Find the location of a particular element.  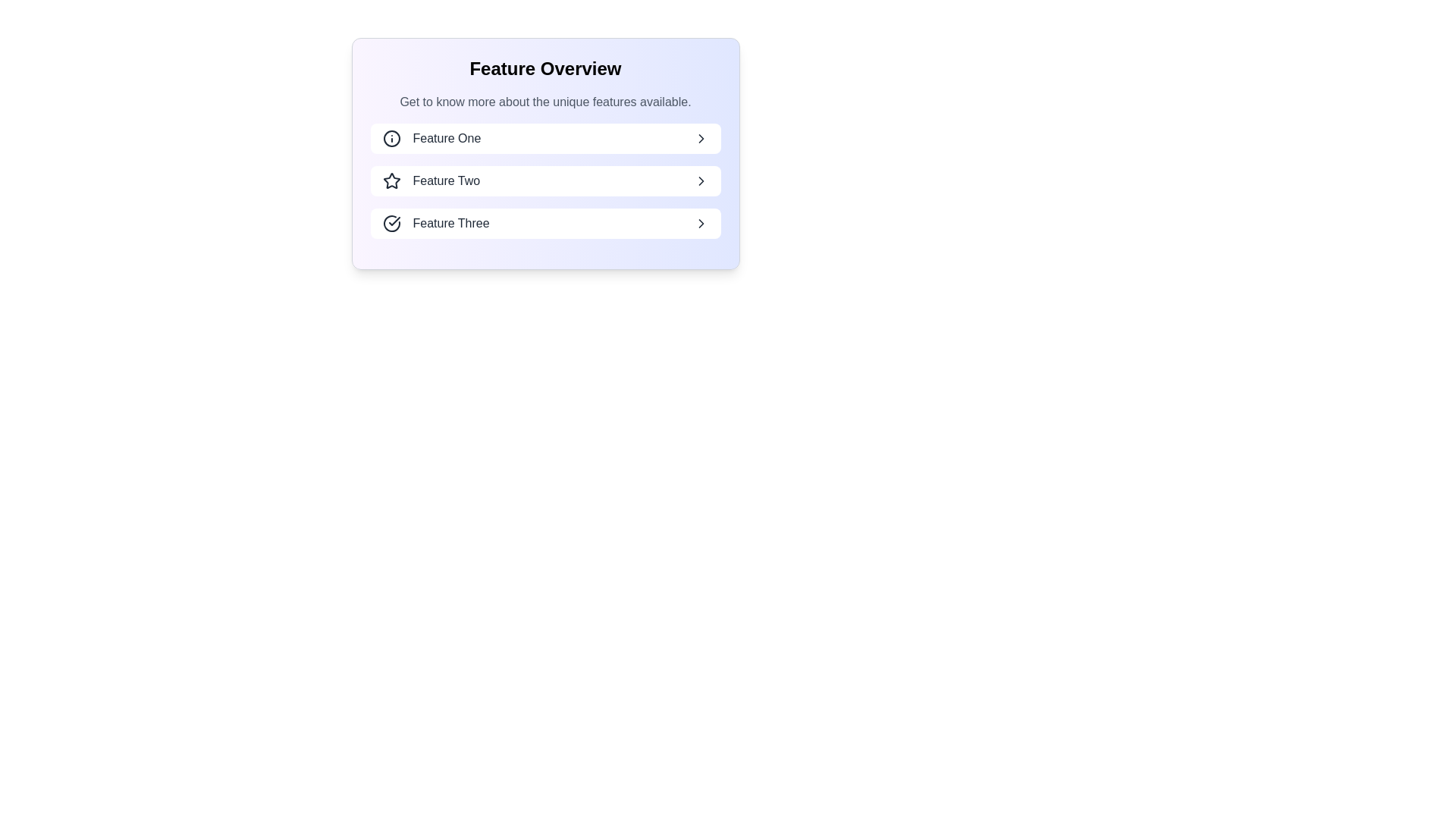

the circular icon with a check mark inside, located to the left of the text 'Feature Three' is located at coordinates (391, 223).